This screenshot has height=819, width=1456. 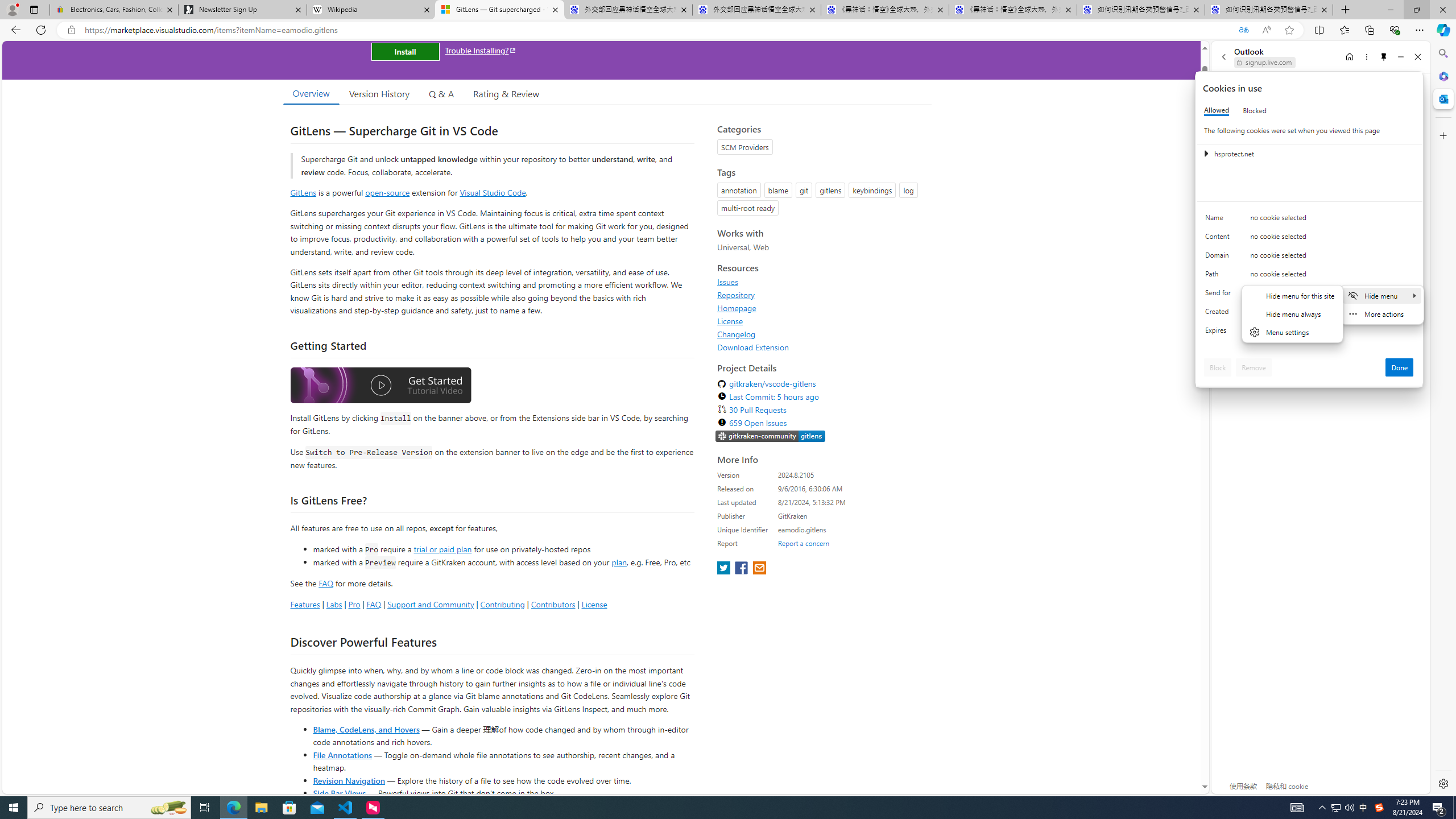 What do you see at coordinates (1381, 295) in the screenshot?
I see `'Hide menu'` at bounding box center [1381, 295].